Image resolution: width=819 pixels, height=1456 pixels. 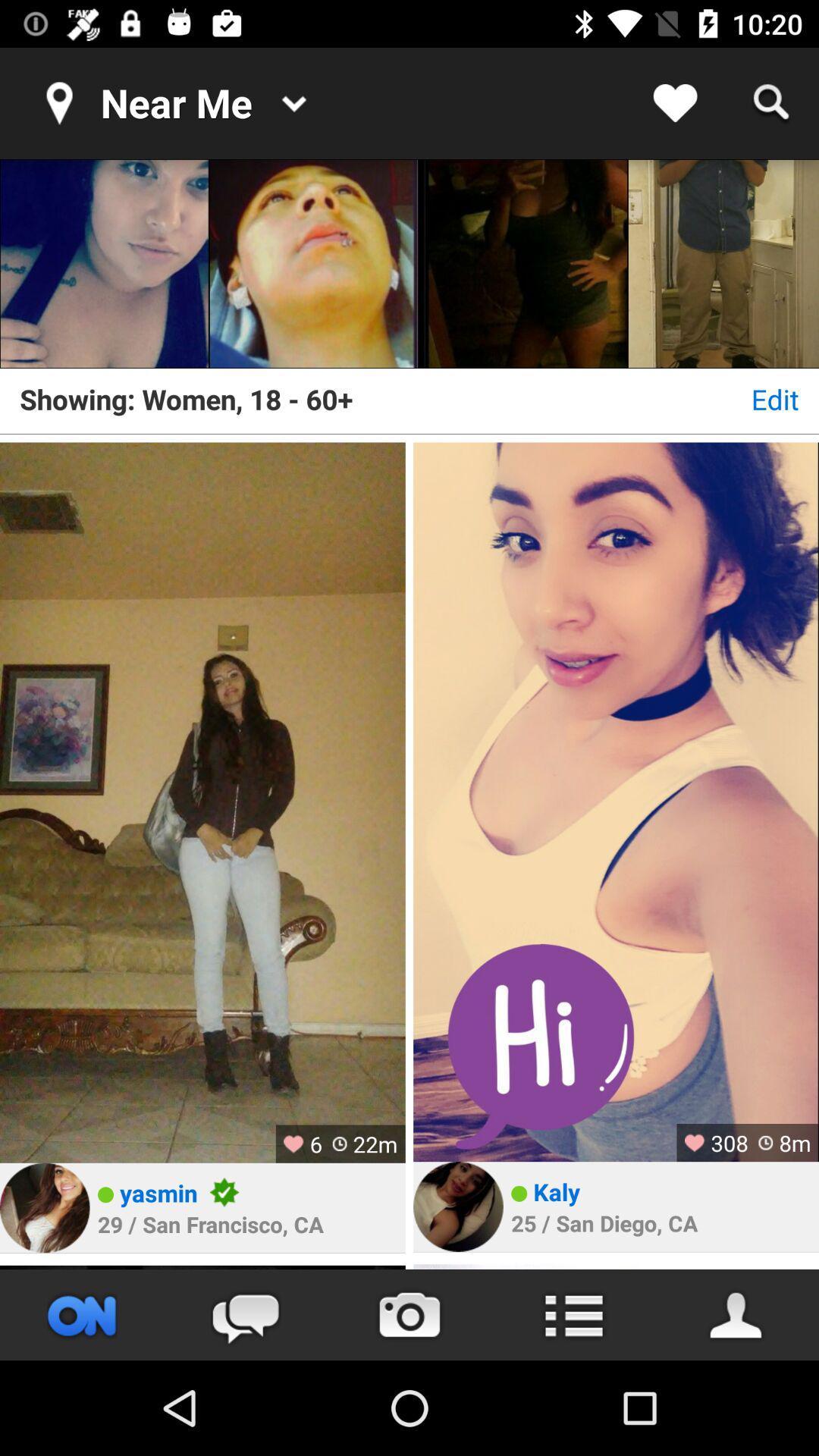 I want to click on photo of girl, so click(x=312, y=263).